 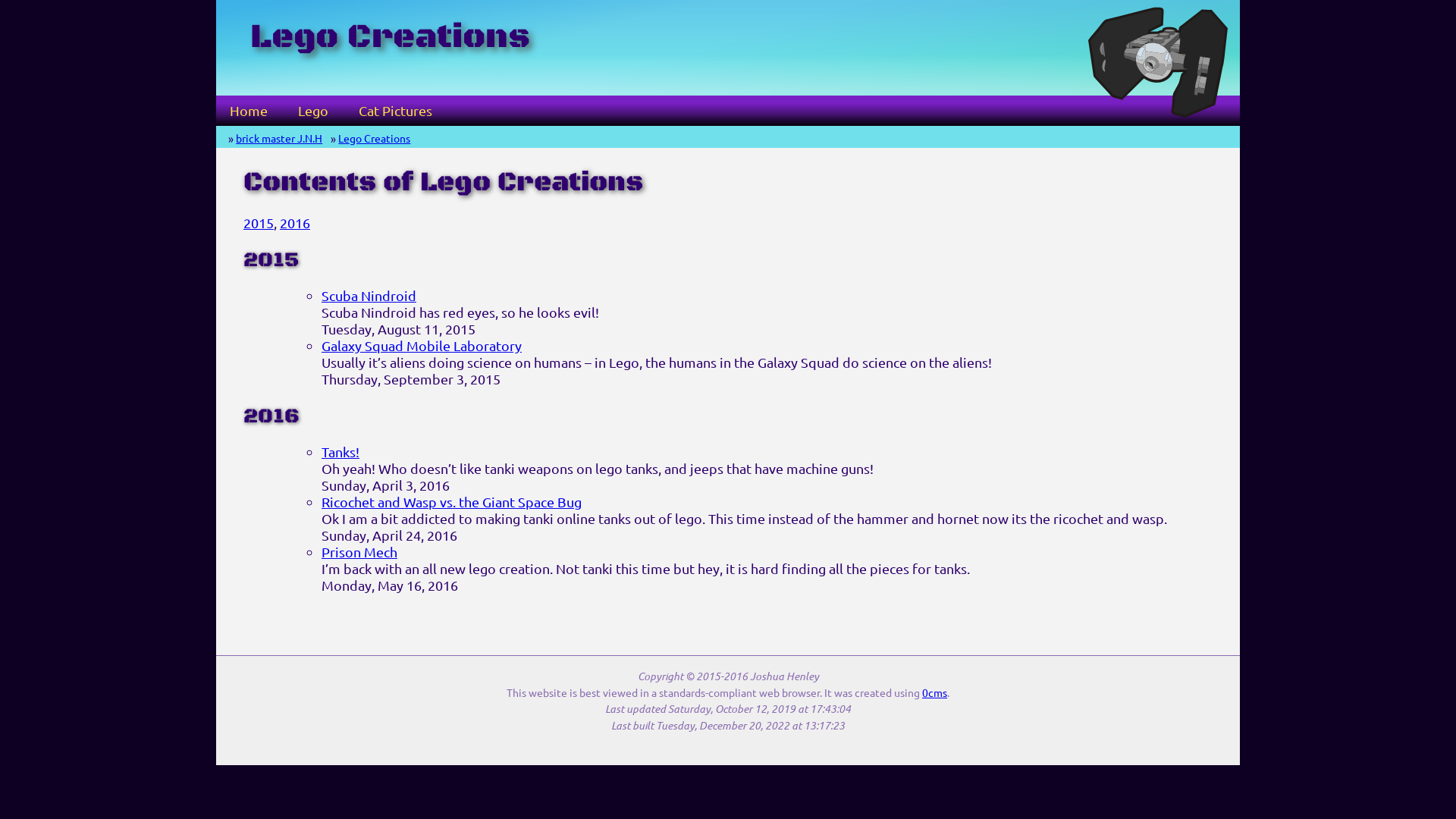 What do you see at coordinates (422, 345) in the screenshot?
I see `'Galaxy Squad Mobile Laboratory'` at bounding box center [422, 345].